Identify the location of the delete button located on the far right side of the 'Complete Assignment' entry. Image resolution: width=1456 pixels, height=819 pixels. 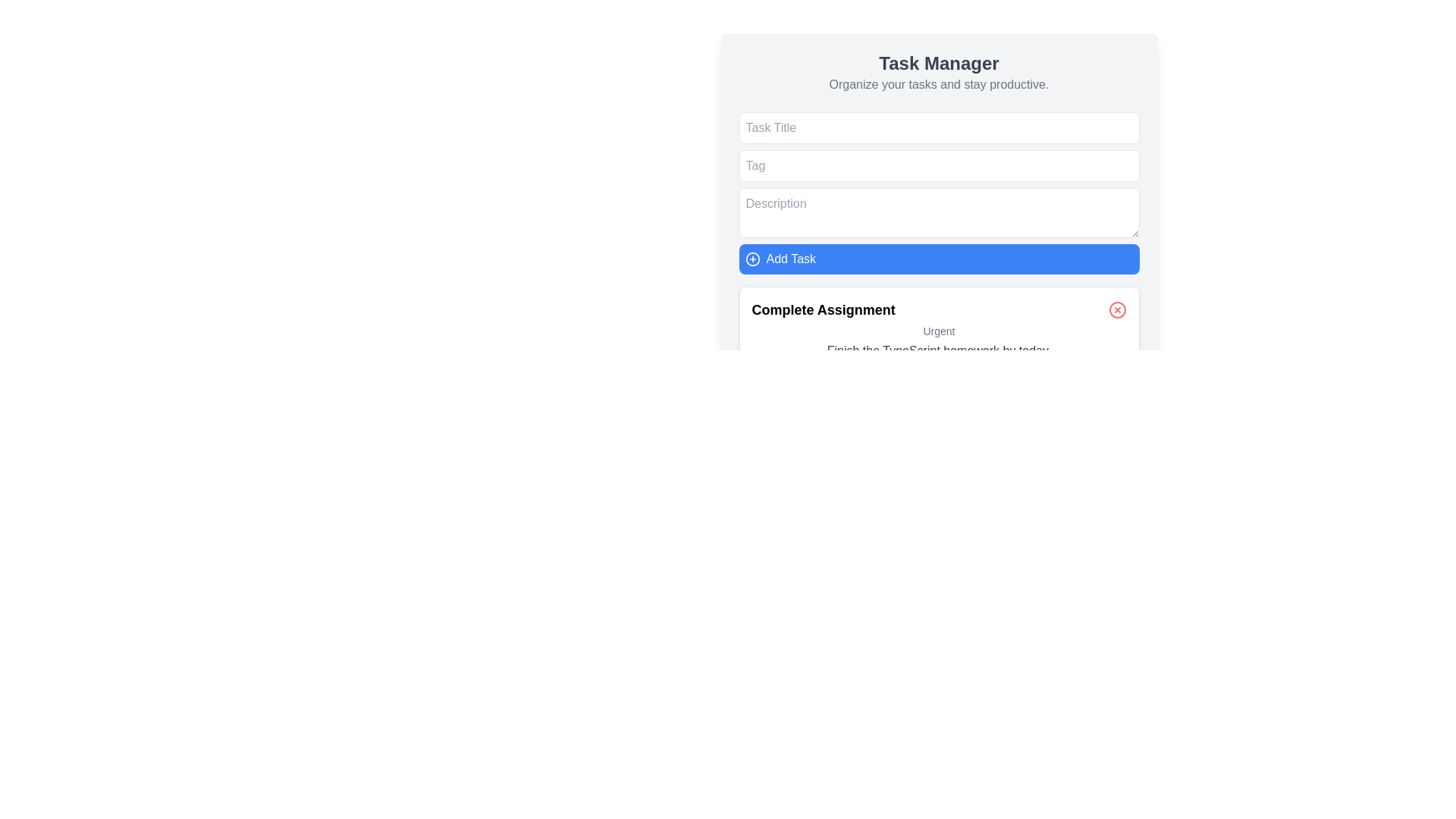
(1117, 309).